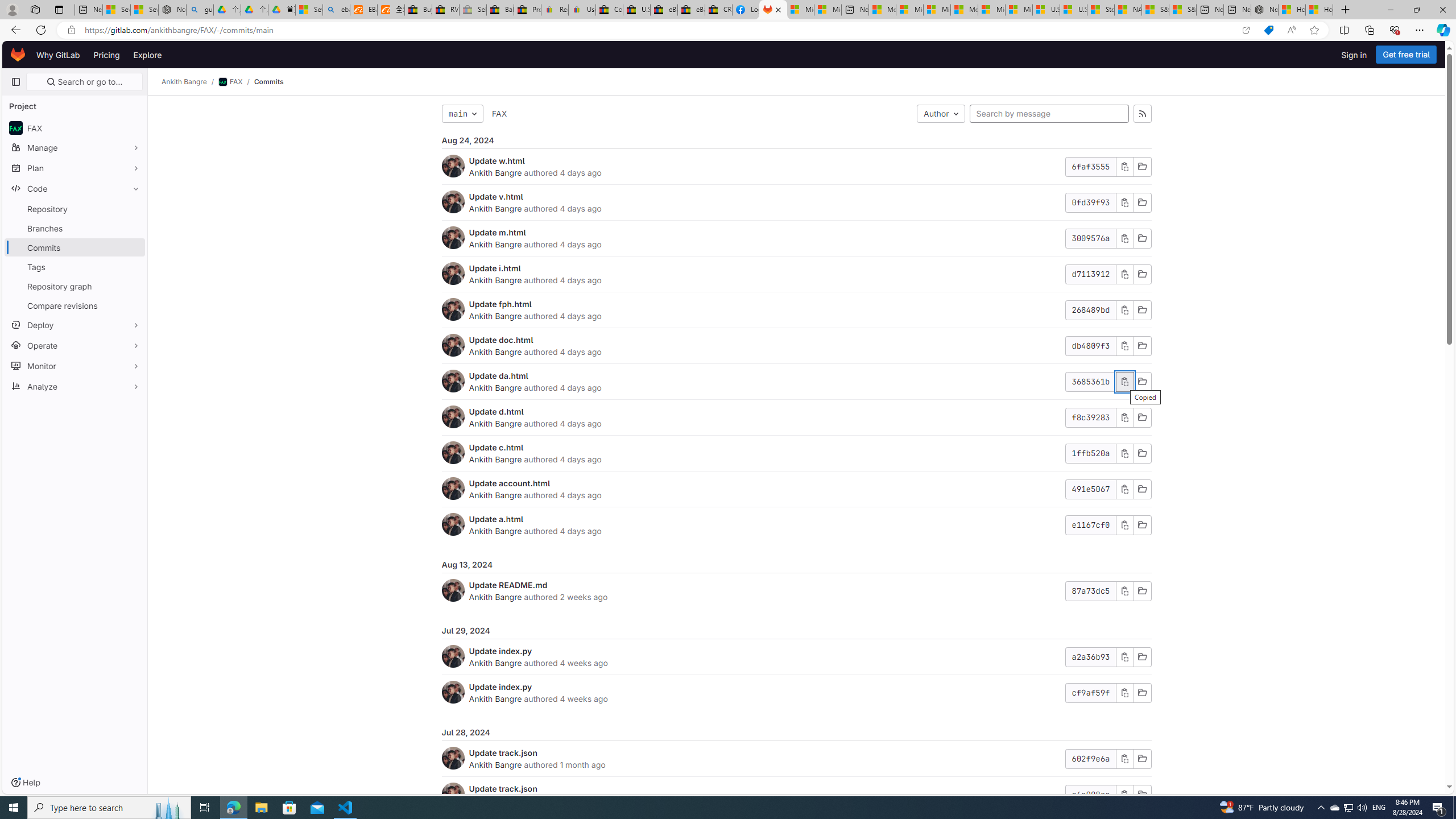  I want to click on 'U.S. State Privacy Disclosures - eBay Inc.', so click(637, 9).